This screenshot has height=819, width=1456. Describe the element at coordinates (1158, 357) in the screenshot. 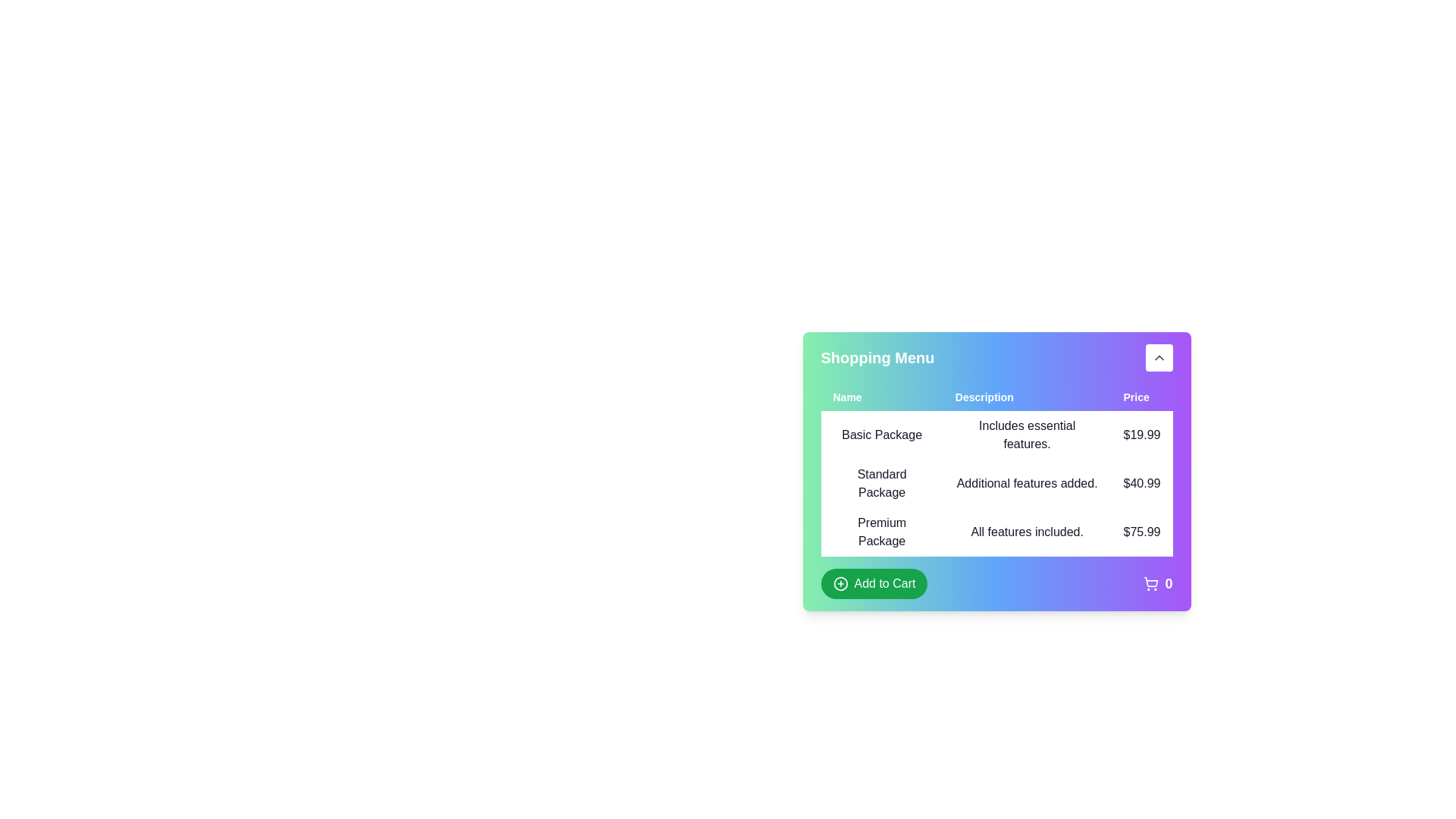

I see `the chevron arrow icon located inside a rounded white button at the top-right corner of the purple rectangular UI section` at that location.